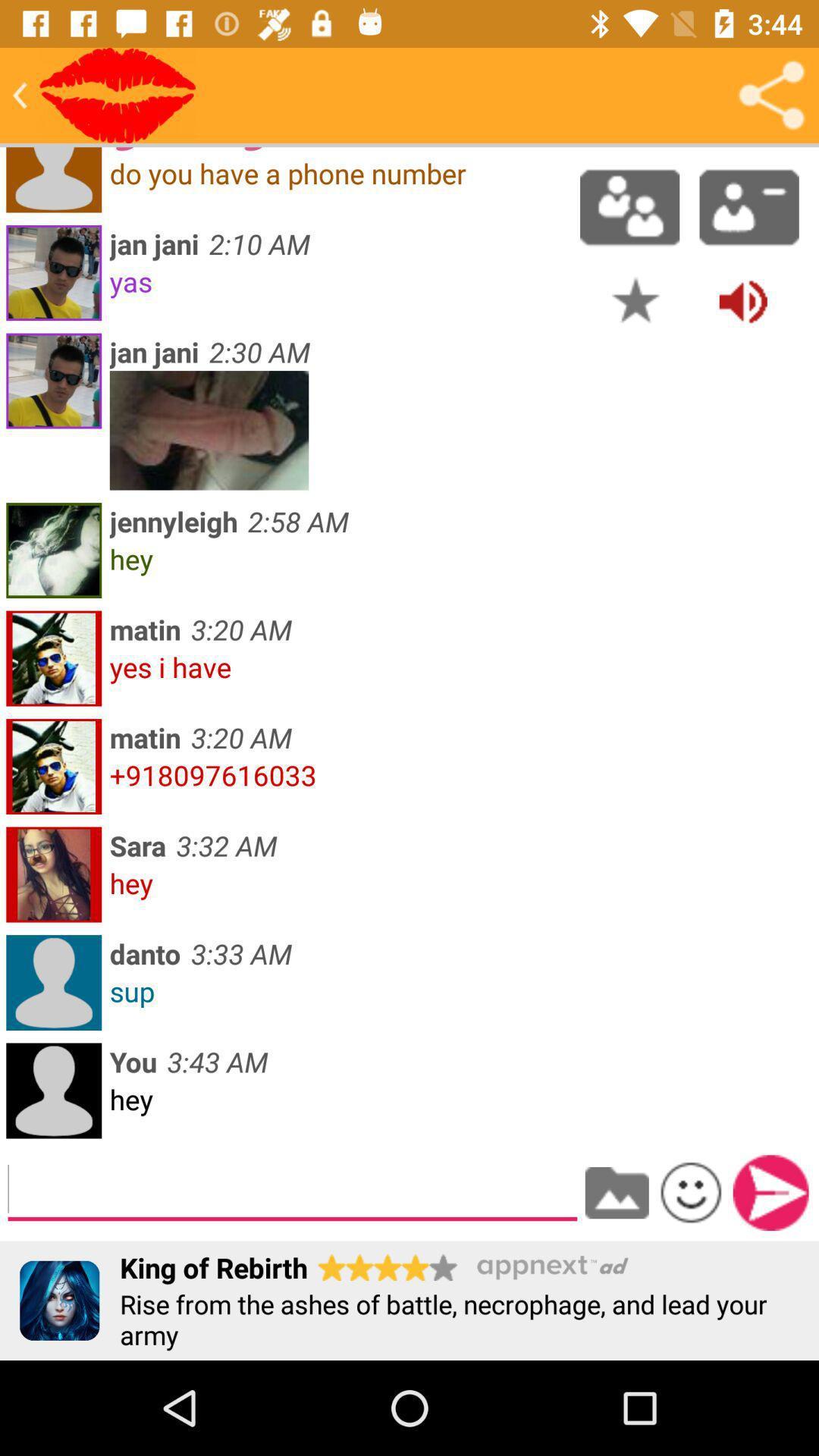 Image resolution: width=819 pixels, height=1456 pixels. What do you see at coordinates (748, 206) in the screenshot?
I see `the avatar icon` at bounding box center [748, 206].